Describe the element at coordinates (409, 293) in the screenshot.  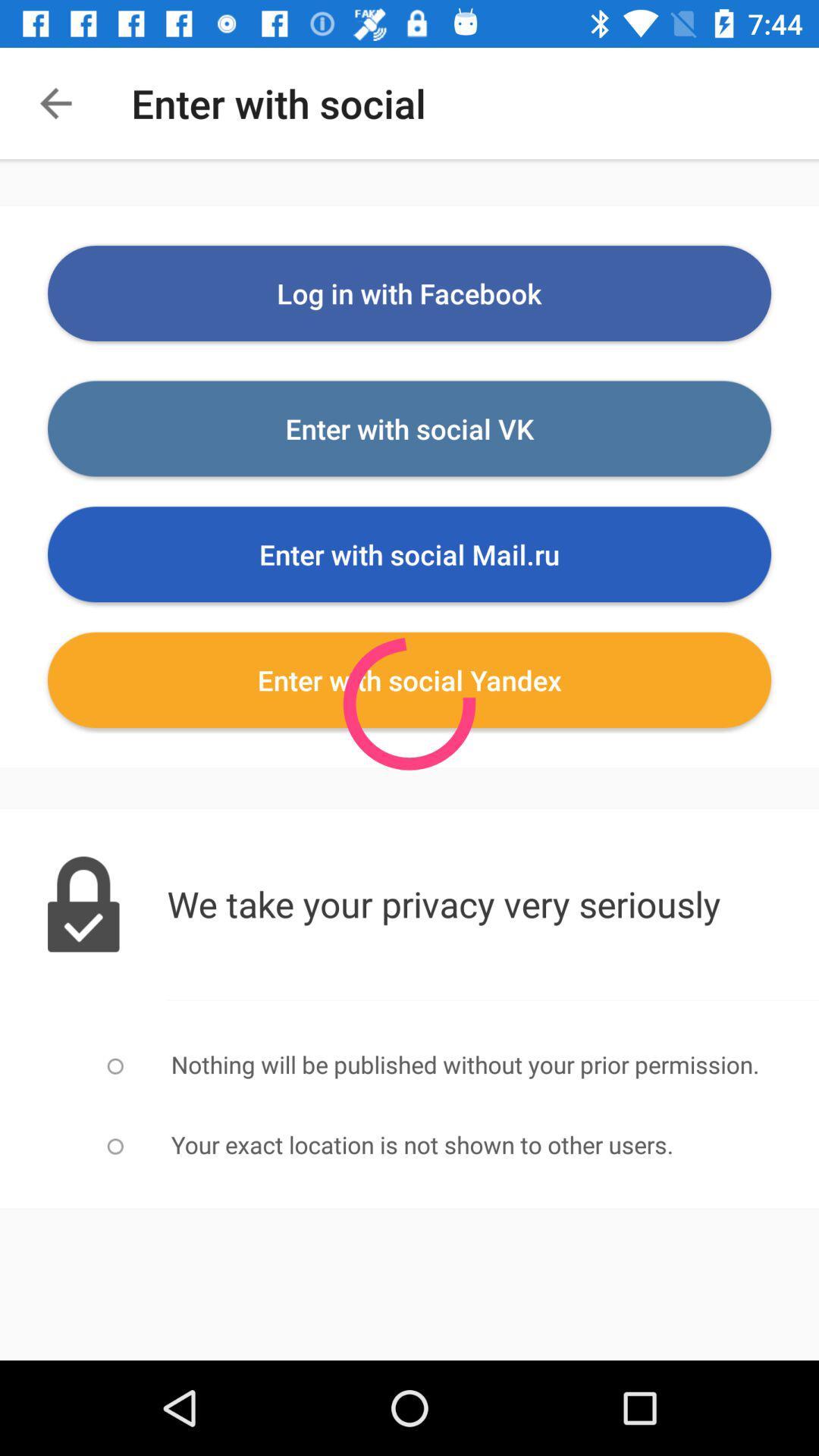
I see `log in with` at that location.